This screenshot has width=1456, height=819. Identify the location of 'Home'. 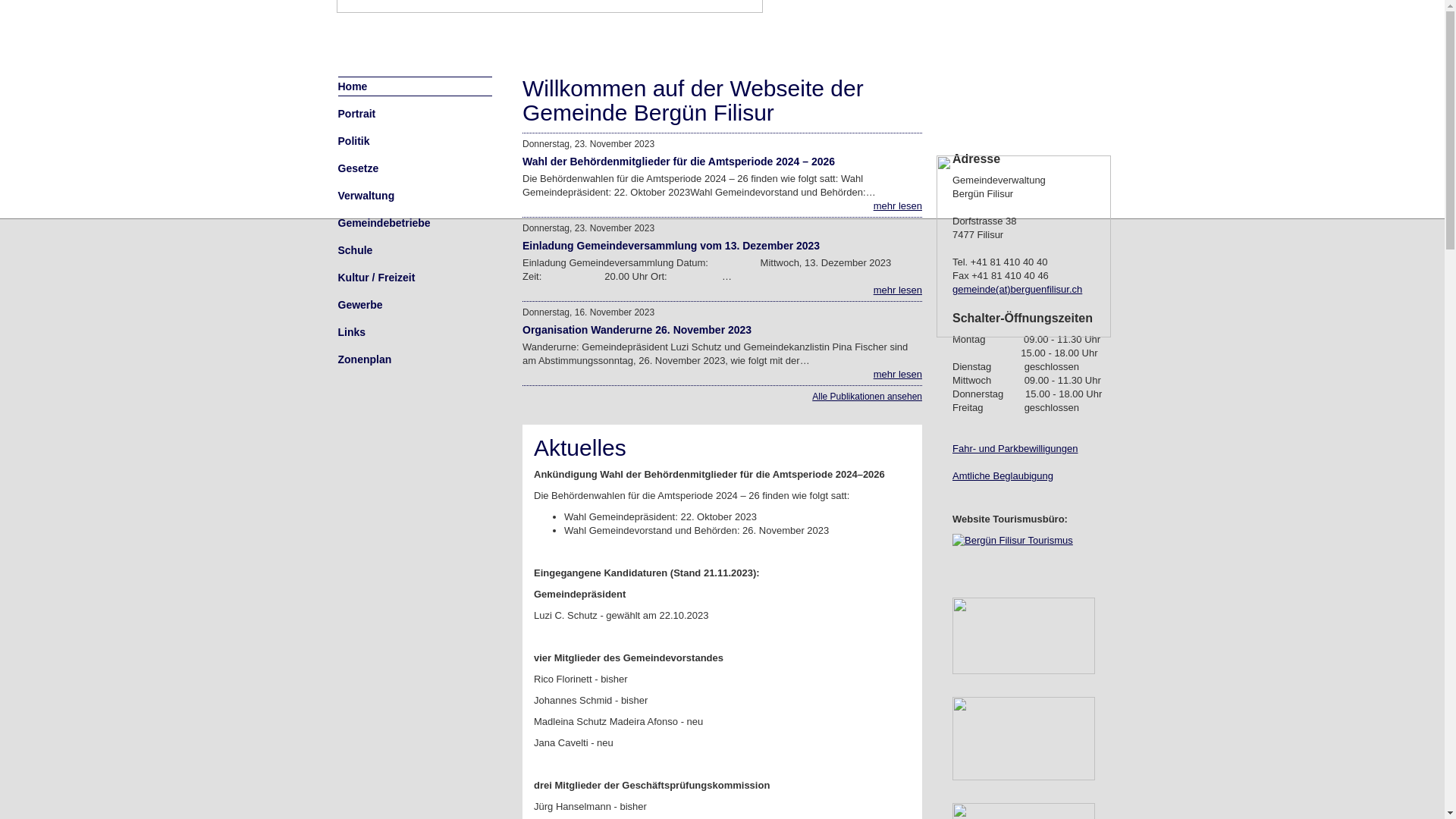
(337, 86).